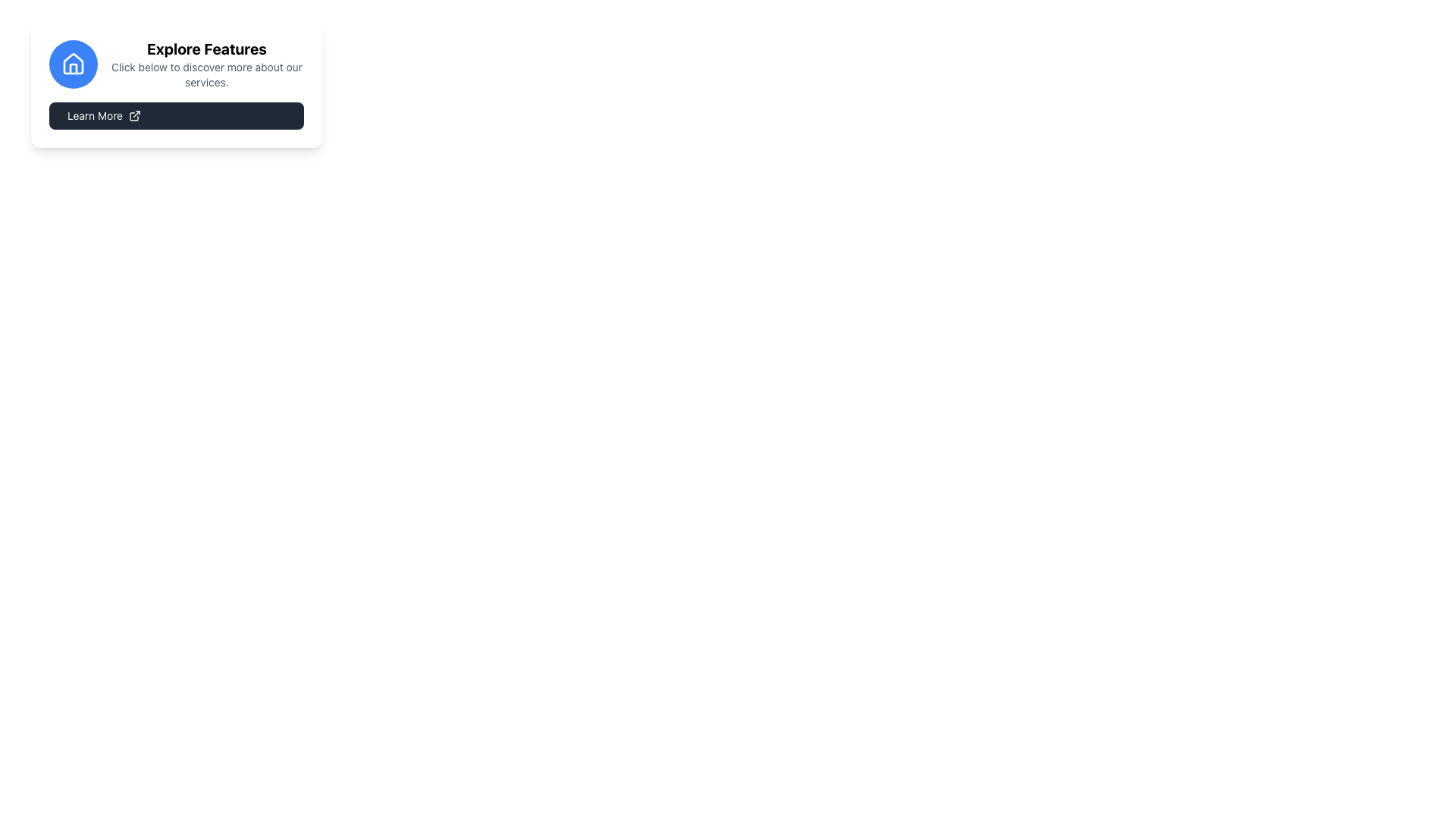  Describe the element at coordinates (206, 75) in the screenshot. I see `the static text element located directly below the header 'Explore Features'` at that location.